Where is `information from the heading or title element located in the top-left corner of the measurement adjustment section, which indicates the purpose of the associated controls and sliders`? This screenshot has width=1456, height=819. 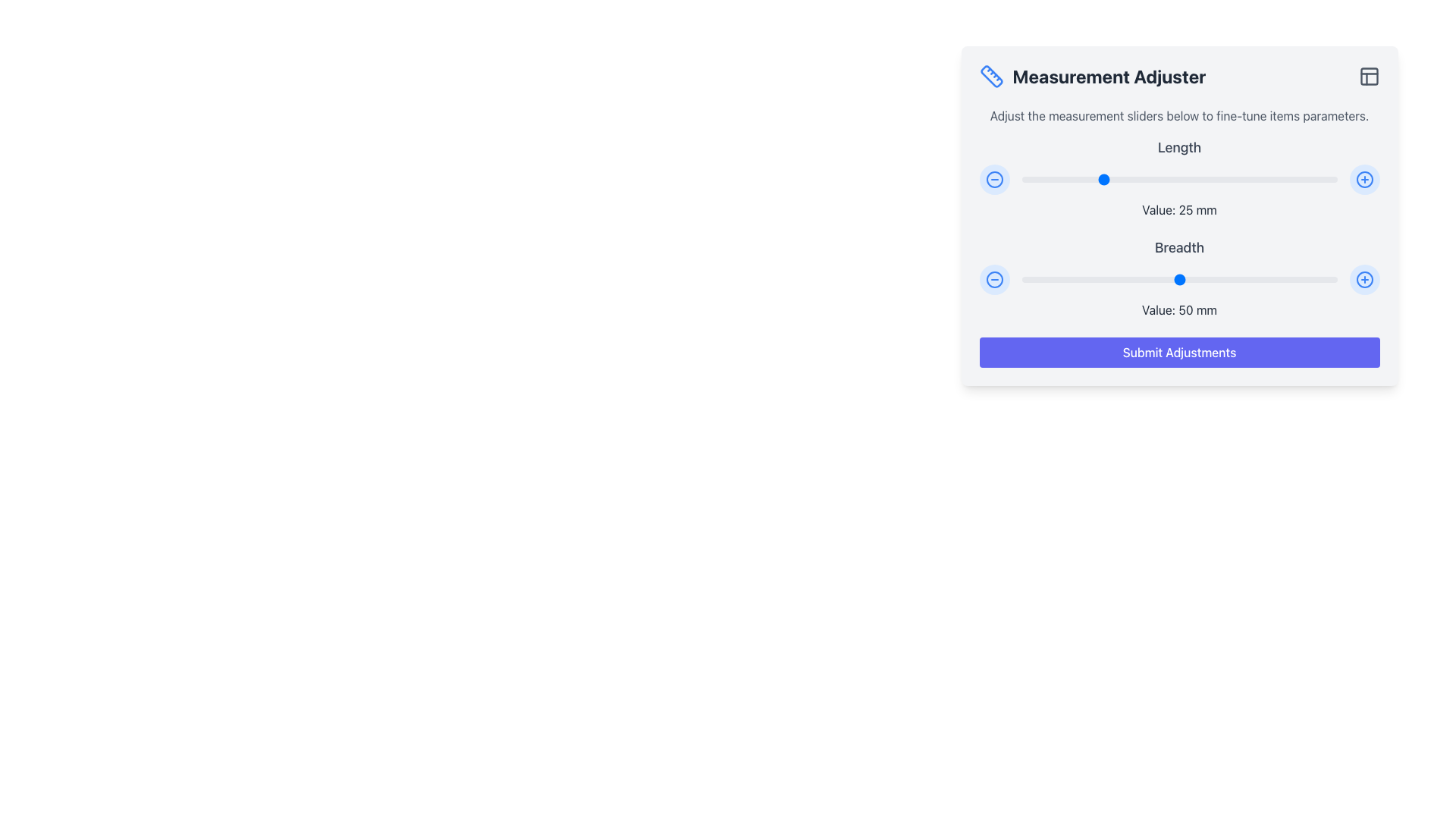 information from the heading or title element located in the top-left corner of the measurement adjustment section, which indicates the purpose of the associated controls and sliders is located at coordinates (1092, 76).